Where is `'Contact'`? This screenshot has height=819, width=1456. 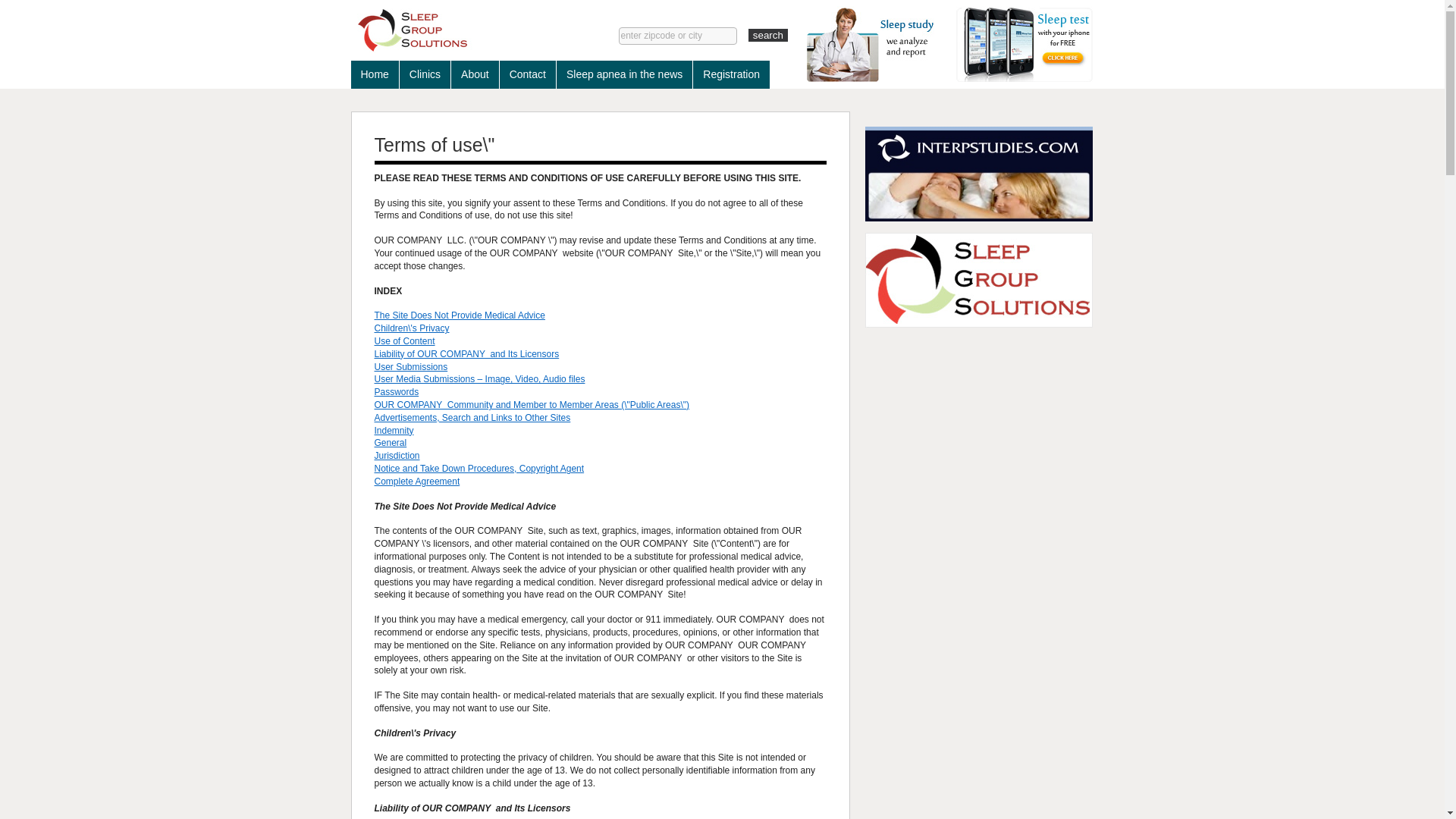 'Contact' is located at coordinates (528, 74).